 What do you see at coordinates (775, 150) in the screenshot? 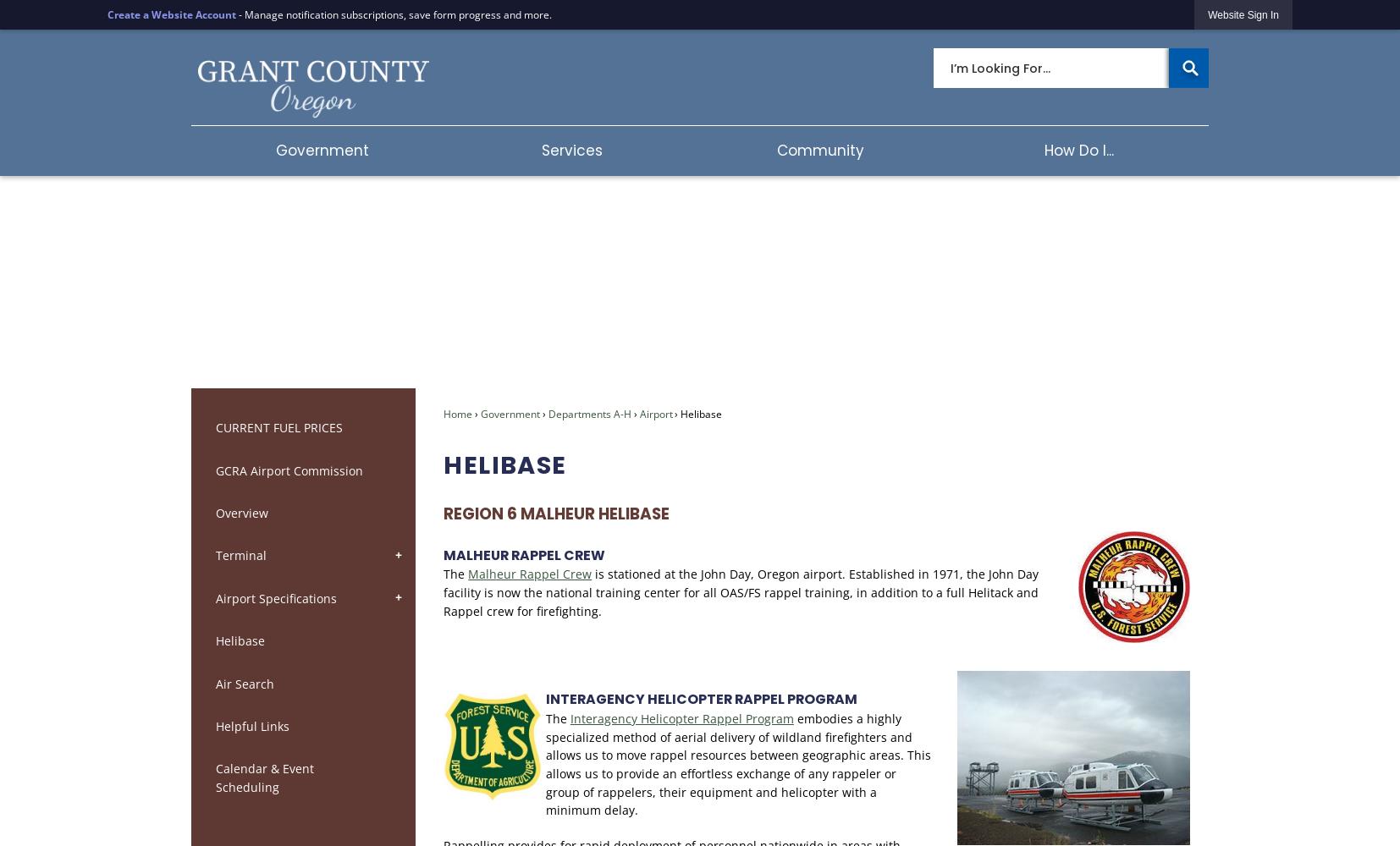
I see `'Community'` at bounding box center [775, 150].